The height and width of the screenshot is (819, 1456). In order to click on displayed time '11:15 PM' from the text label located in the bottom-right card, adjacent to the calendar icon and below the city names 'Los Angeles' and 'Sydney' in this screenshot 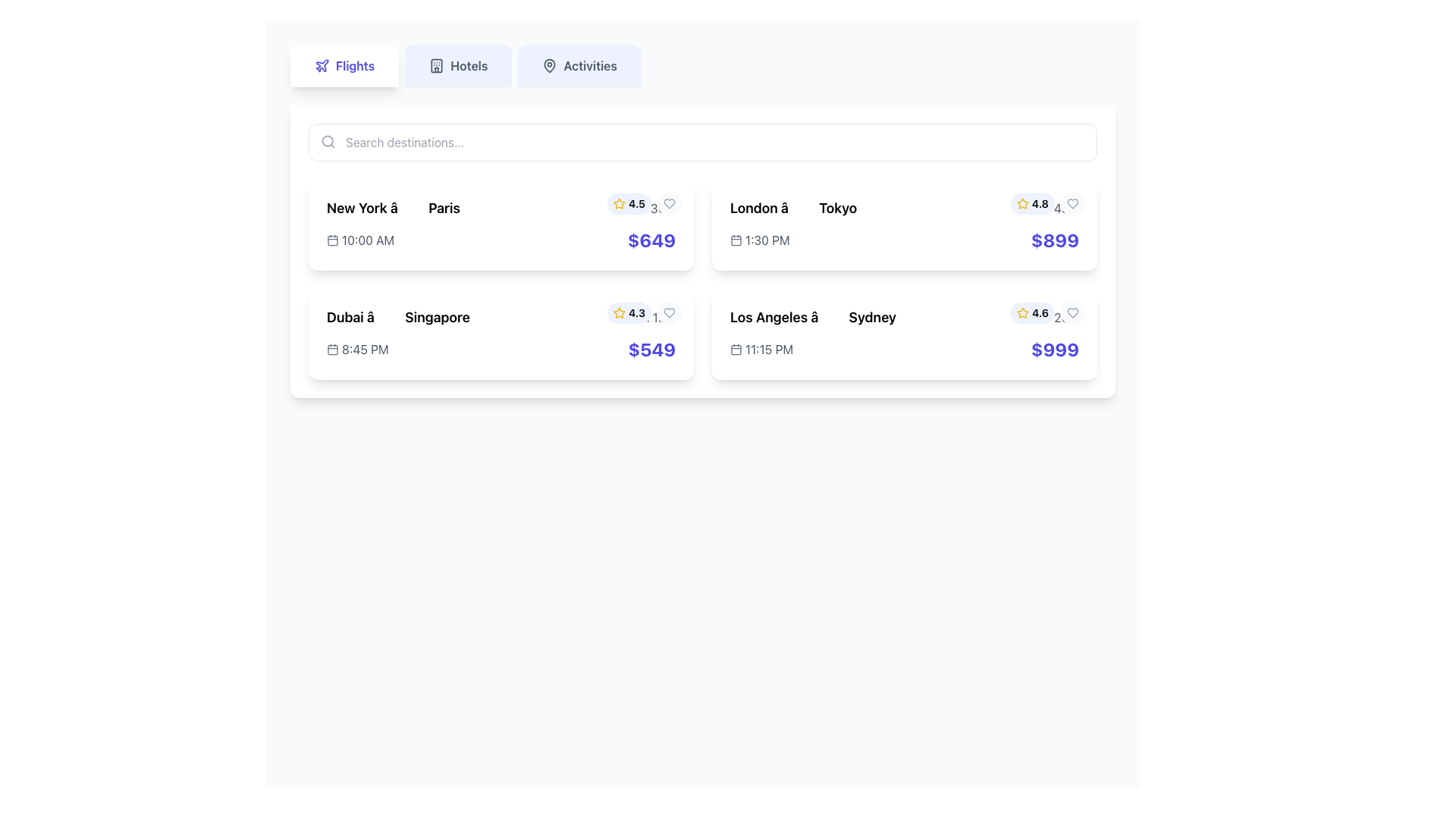, I will do `click(769, 350)`.